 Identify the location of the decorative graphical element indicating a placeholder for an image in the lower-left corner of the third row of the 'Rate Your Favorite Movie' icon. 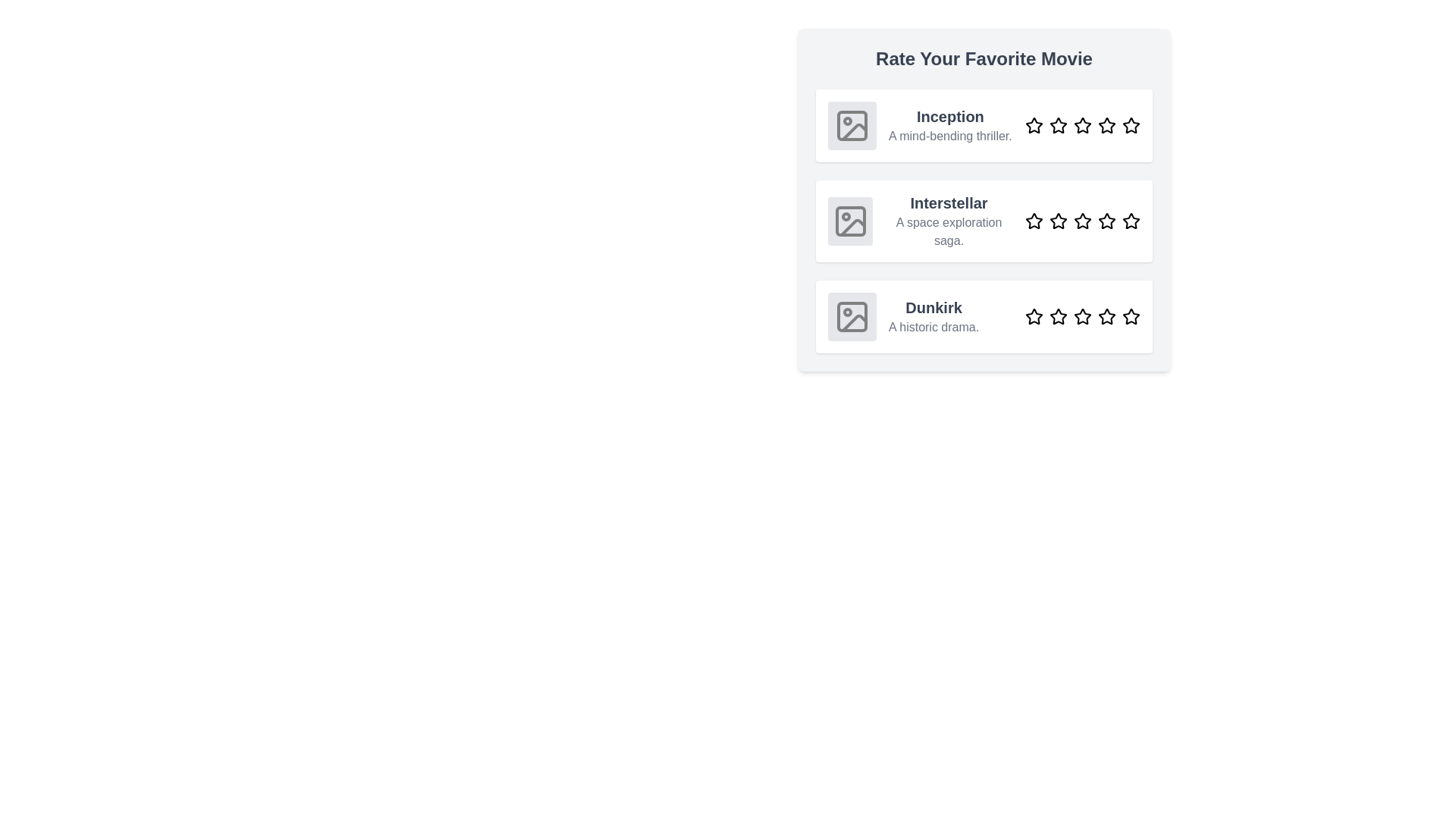
(852, 315).